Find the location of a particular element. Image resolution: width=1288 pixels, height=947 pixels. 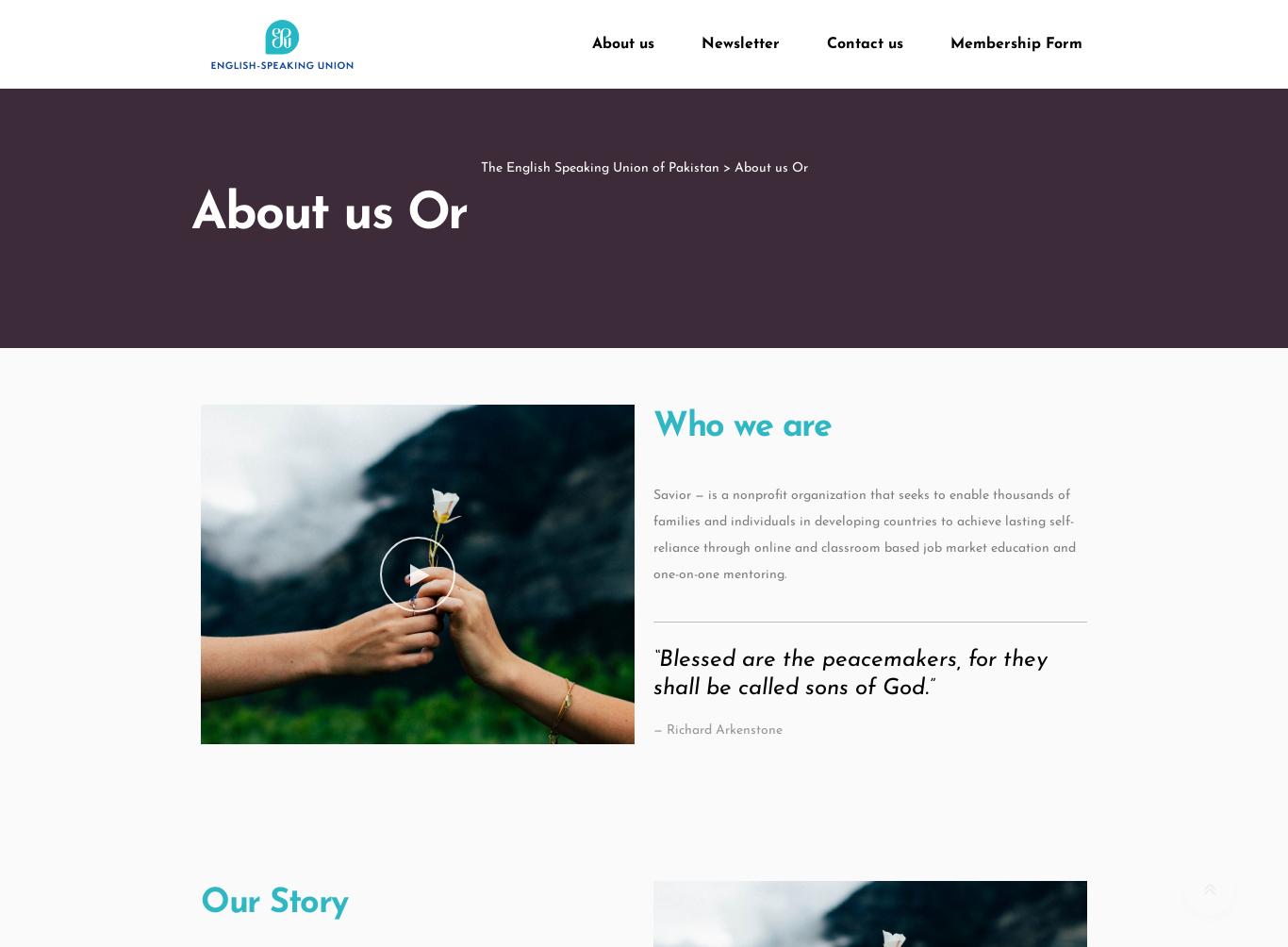

'NCEC Members' is located at coordinates (670, 110).